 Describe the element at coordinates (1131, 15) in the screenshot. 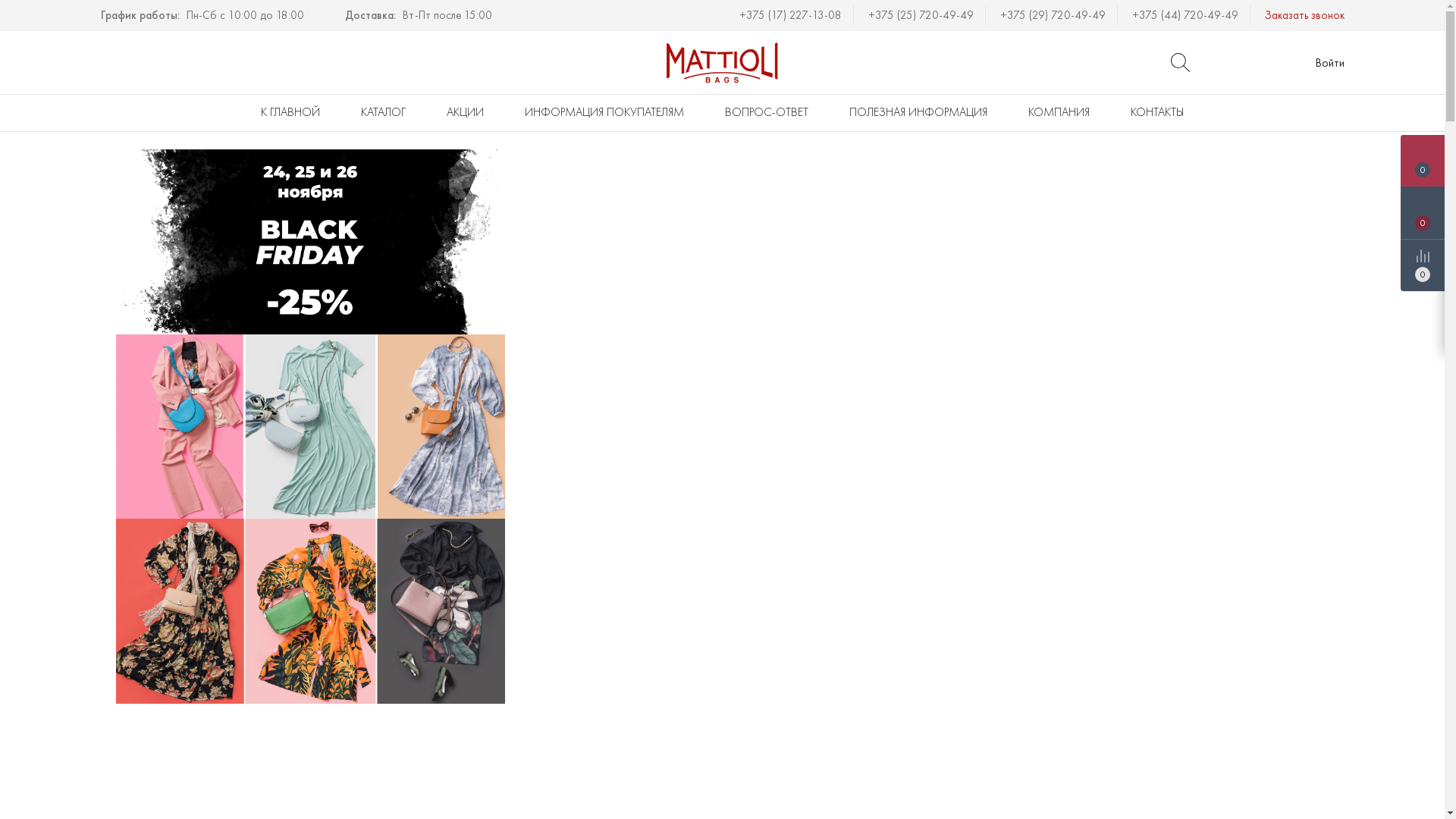

I see `'+375 (44) 720-49-49'` at that location.